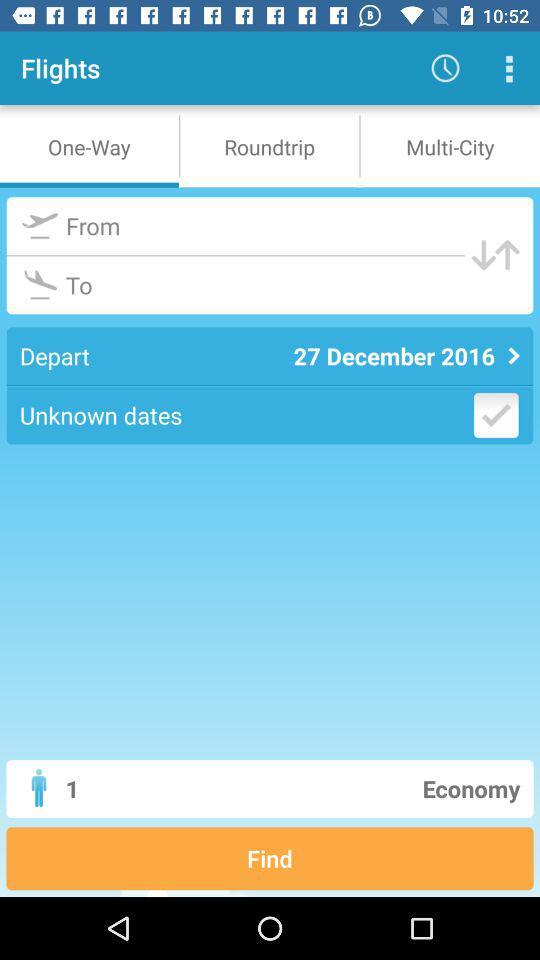 This screenshot has width=540, height=960. What do you see at coordinates (345, 788) in the screenshot?
I see `item above find item` at bounding box center [345, 788].